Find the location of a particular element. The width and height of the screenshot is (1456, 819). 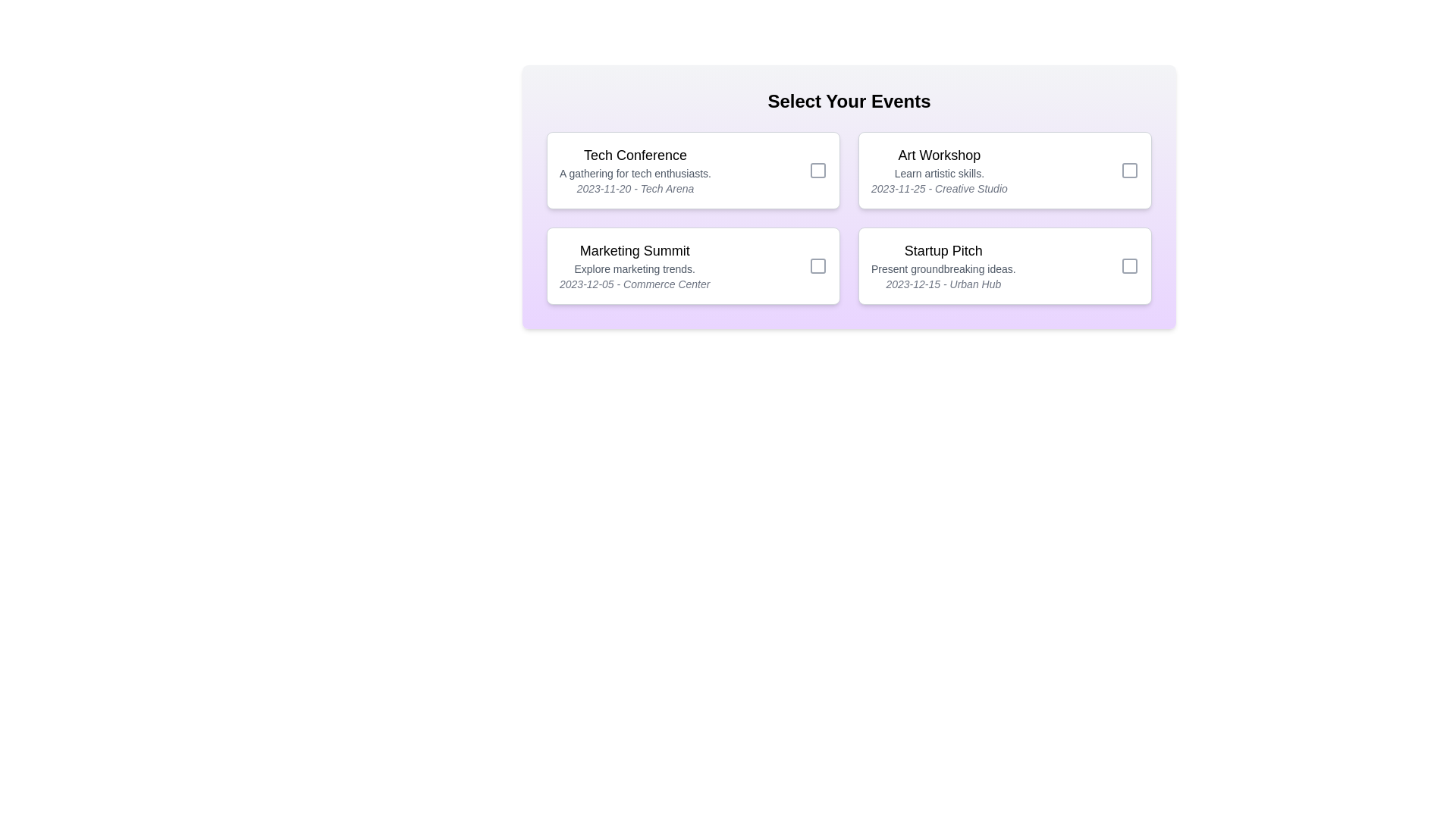

the checkbox for the event Startup Pitch is located at coordinates (1129, 265).